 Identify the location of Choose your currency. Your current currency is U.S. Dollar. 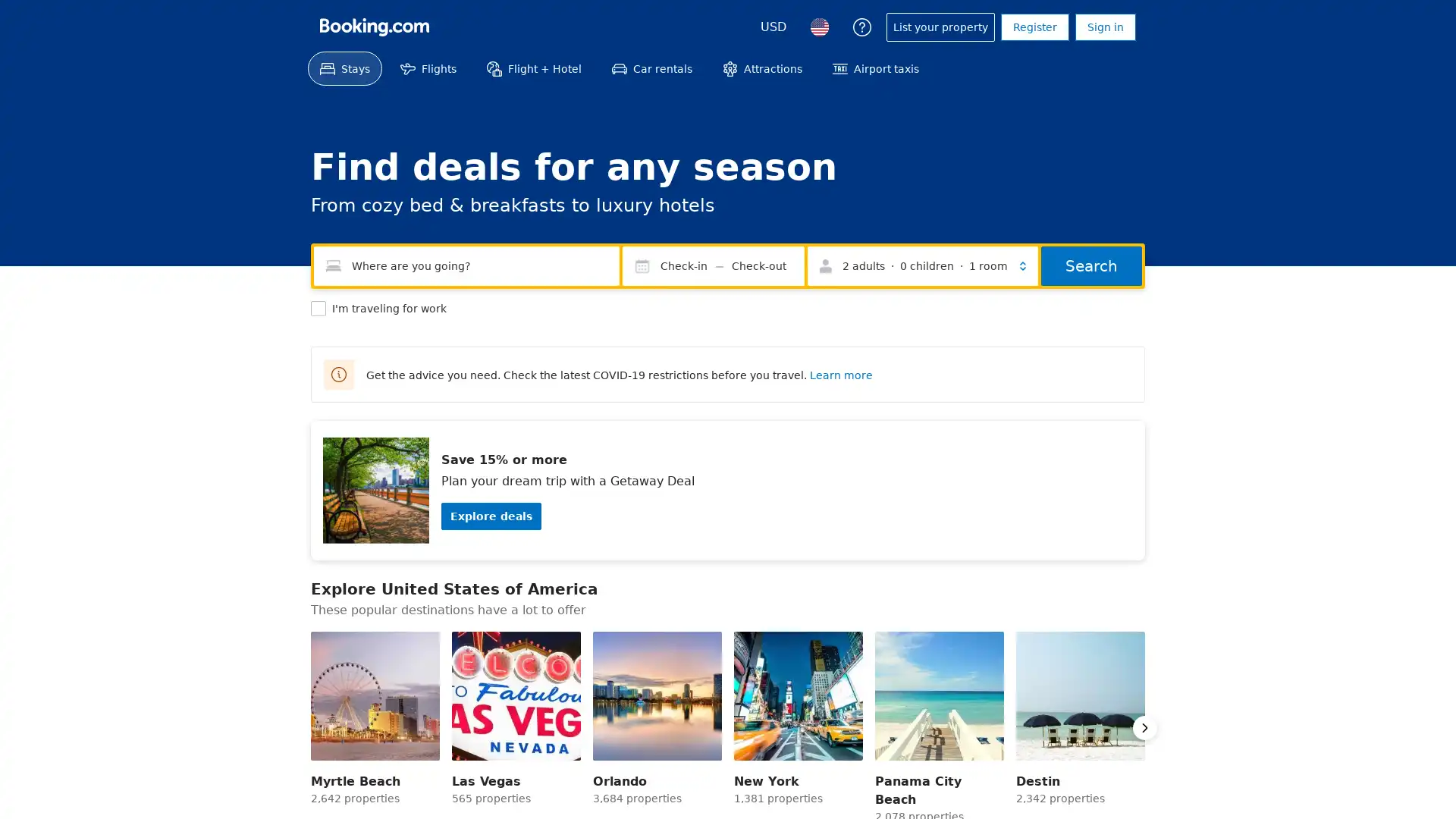
(773, 27).